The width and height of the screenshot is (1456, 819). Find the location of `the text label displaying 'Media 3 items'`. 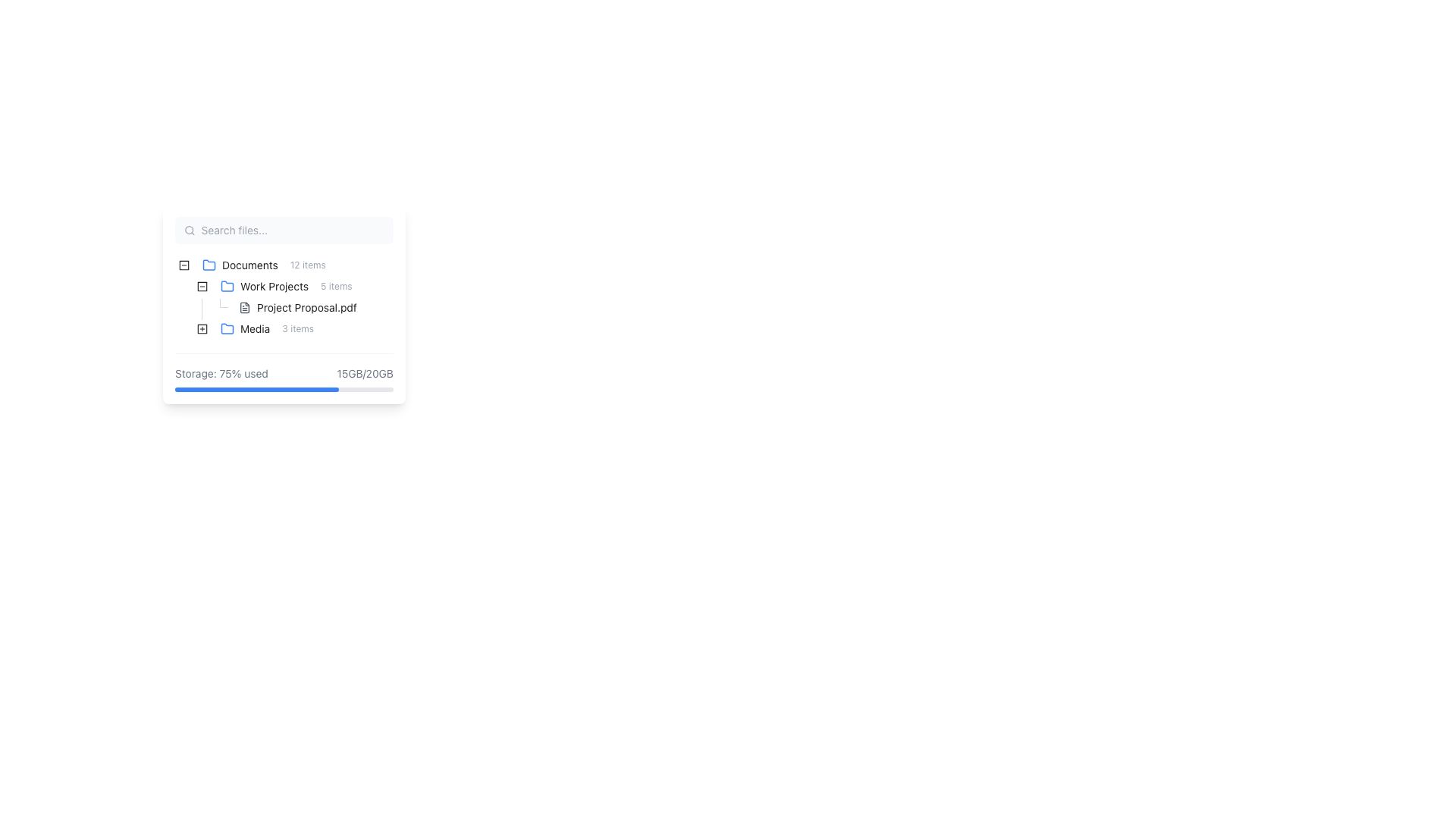

the text label displaying 'Media 3 items' is located at coordinates (267, 328).